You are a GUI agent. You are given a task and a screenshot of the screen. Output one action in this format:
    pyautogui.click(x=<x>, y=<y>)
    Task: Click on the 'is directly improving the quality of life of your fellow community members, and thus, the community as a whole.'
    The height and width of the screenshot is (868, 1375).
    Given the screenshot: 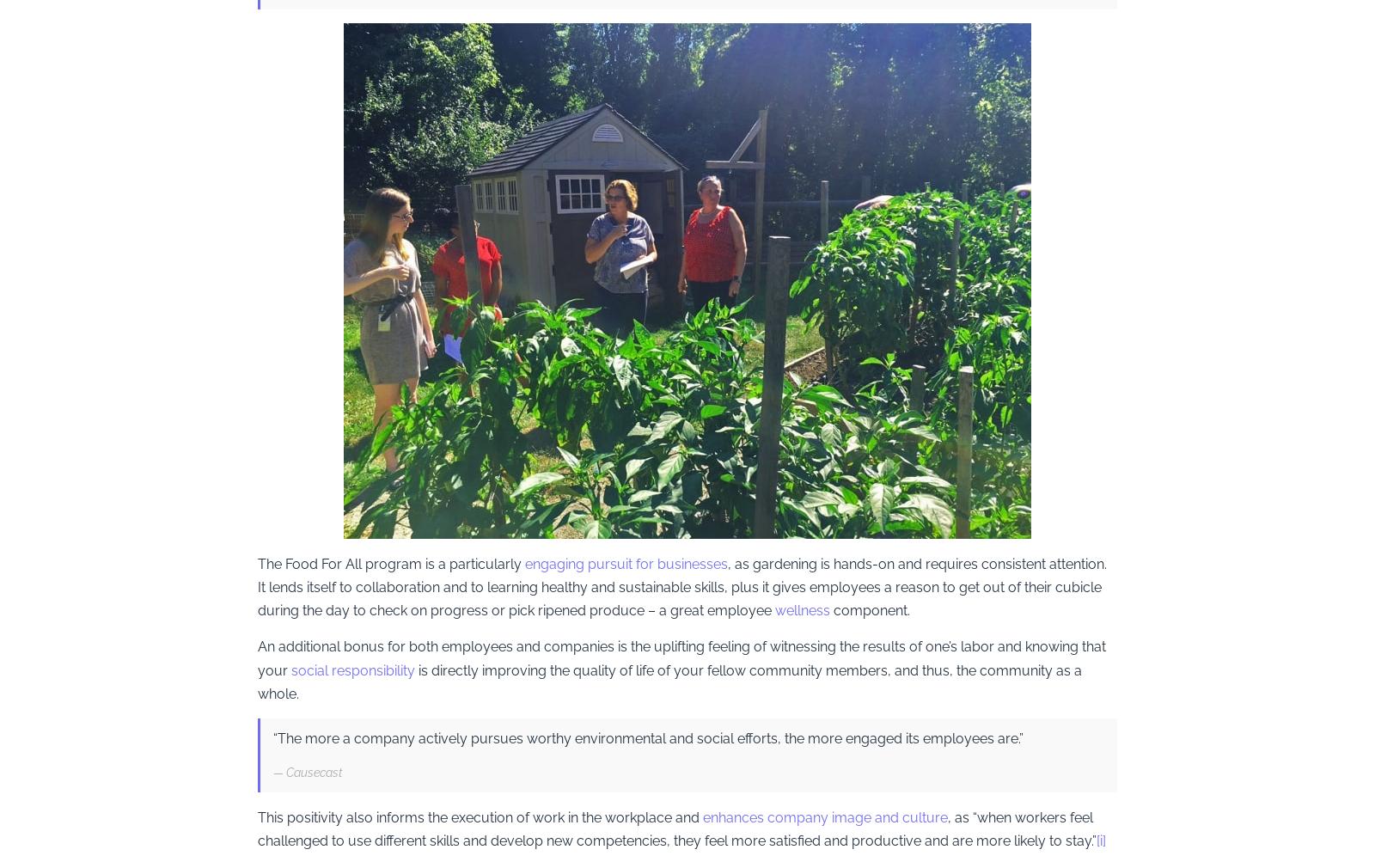 What is the action you would take?
    pyautogui.click(x=258, y=681)
    